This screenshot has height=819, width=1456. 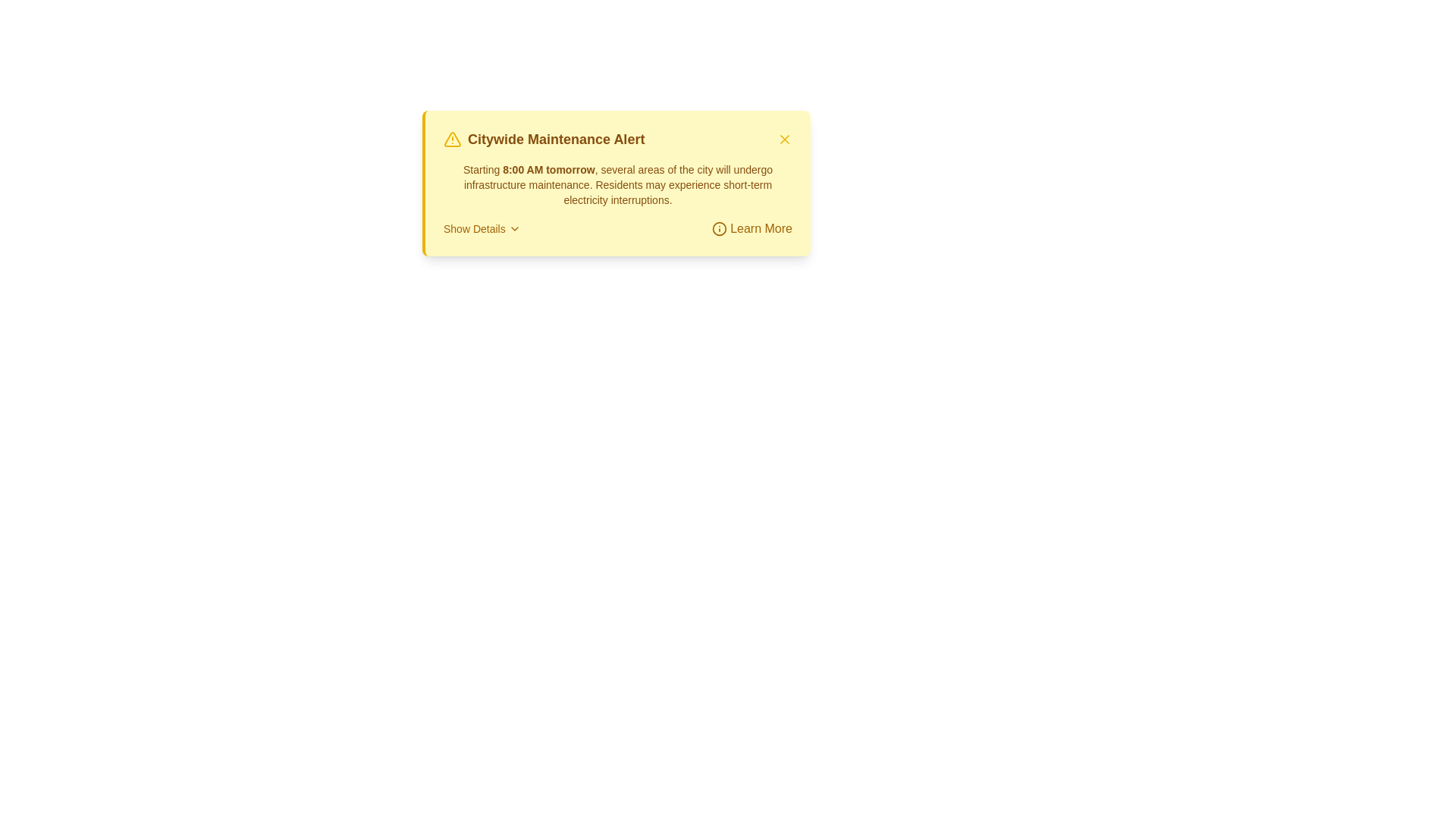 What do you see at coordinates (451, 140) in the screenshot?
I see `the alert icon located at the top-left of the notification card, which serves as a visual indicator of an important event or announcement` at bounding box center [451, 140].